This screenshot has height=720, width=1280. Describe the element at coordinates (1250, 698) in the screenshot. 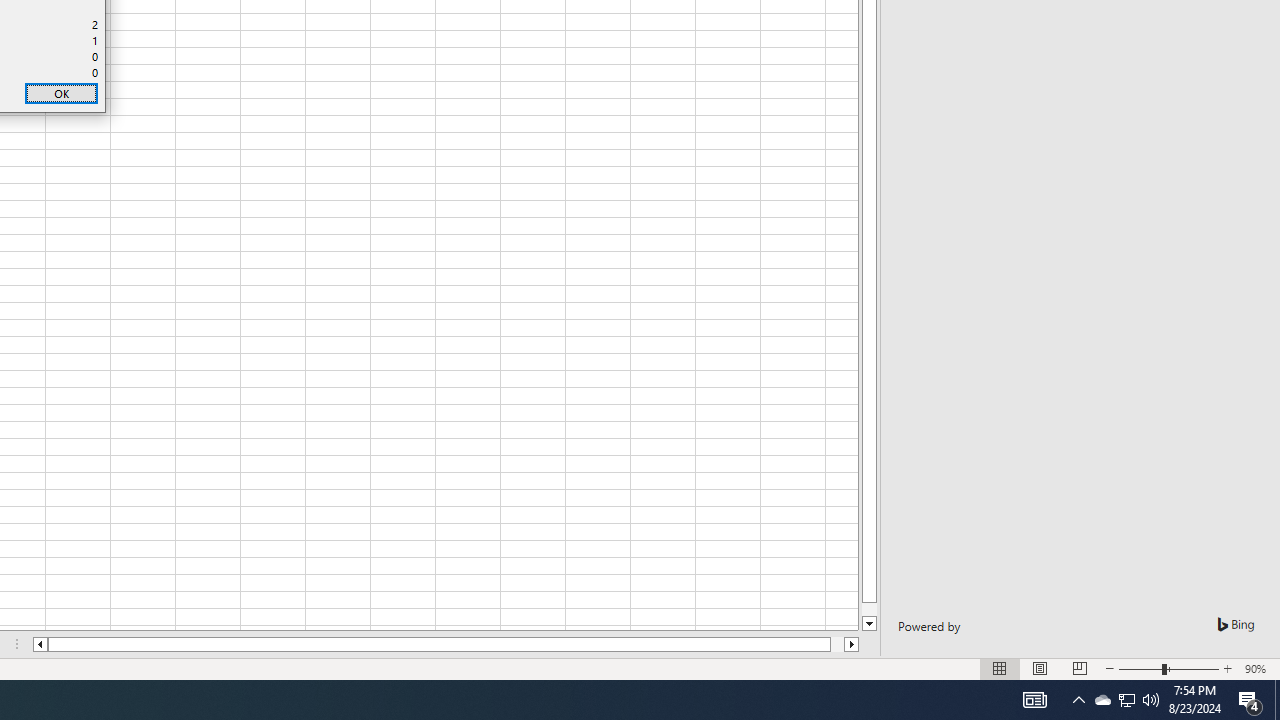

I see `'Action Center, 4 new notifications'` at that location.